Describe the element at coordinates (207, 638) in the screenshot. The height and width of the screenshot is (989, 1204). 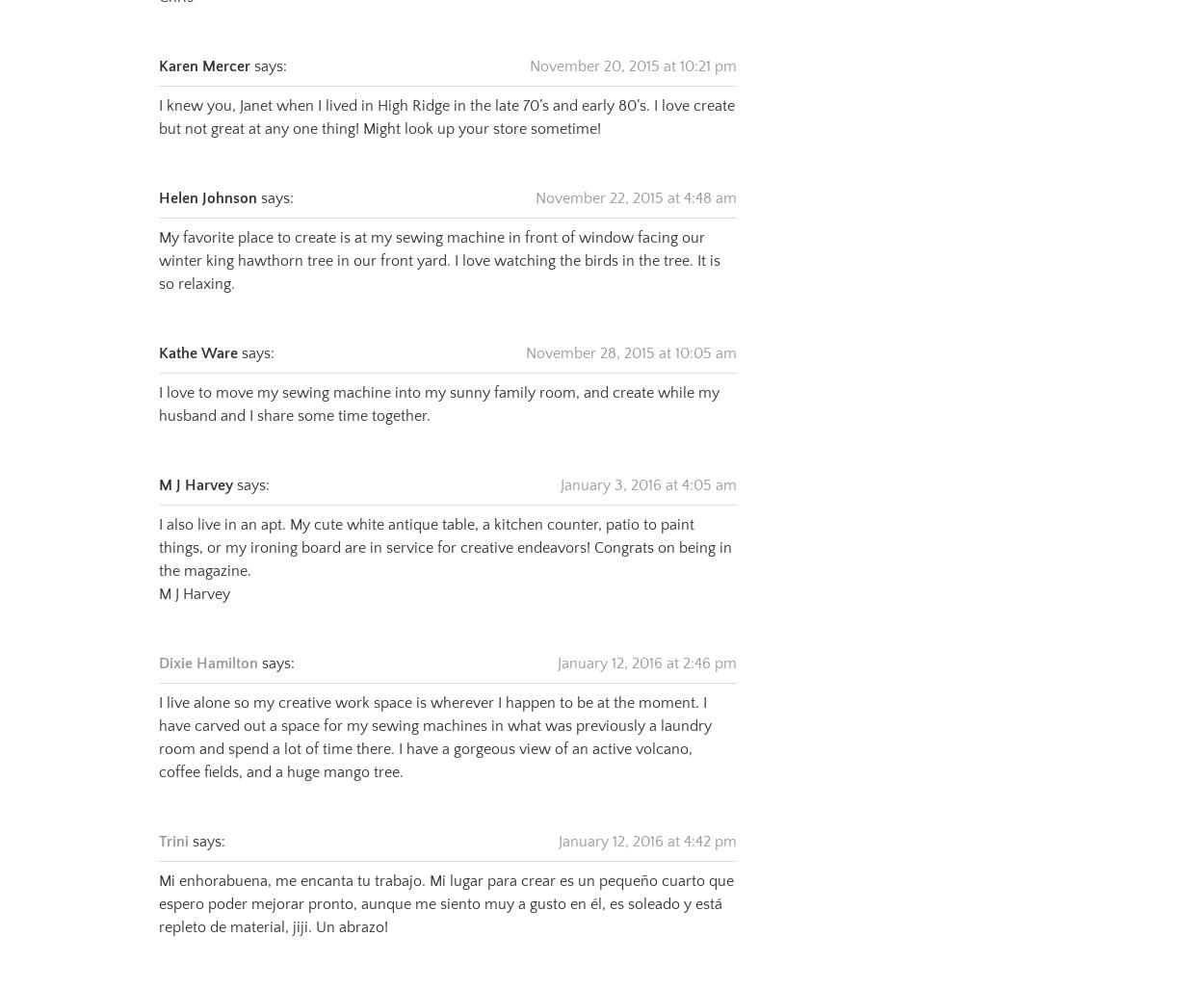
I see `'Dixie Hamilton'` at that location.